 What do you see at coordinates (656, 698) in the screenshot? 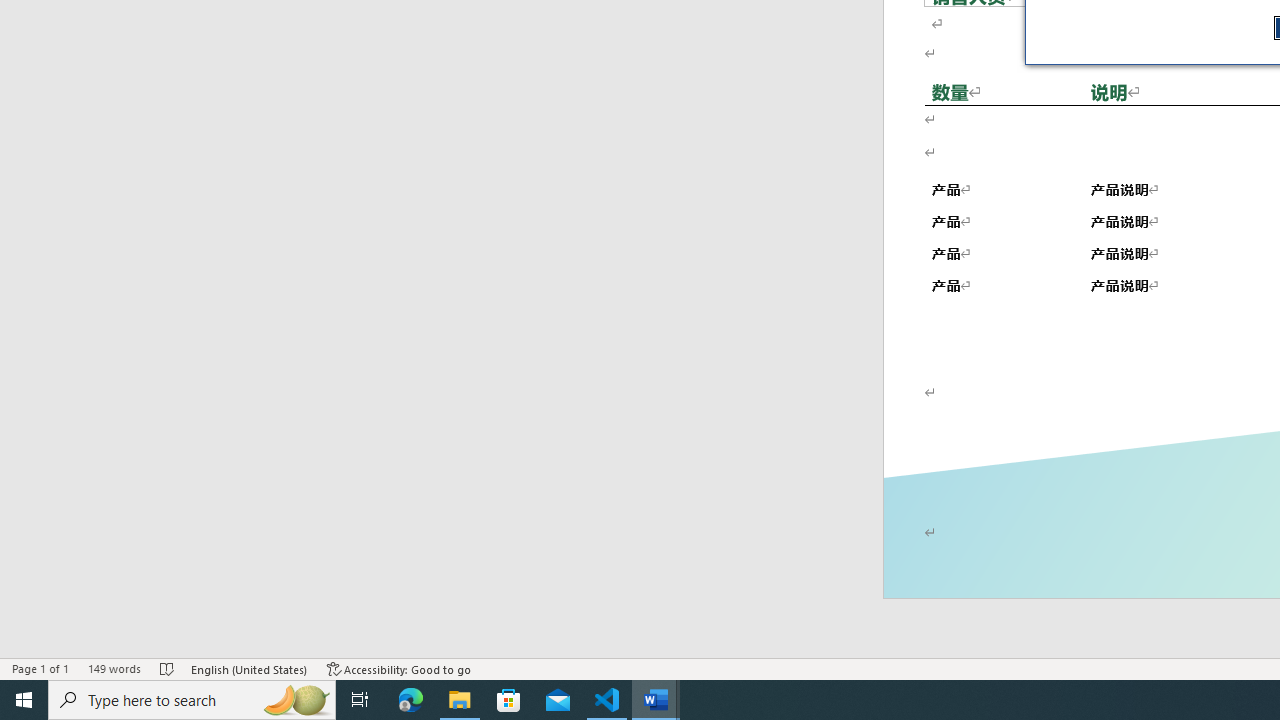
I see `'Word - 2 running windows'` at bounding box center [656, 698].